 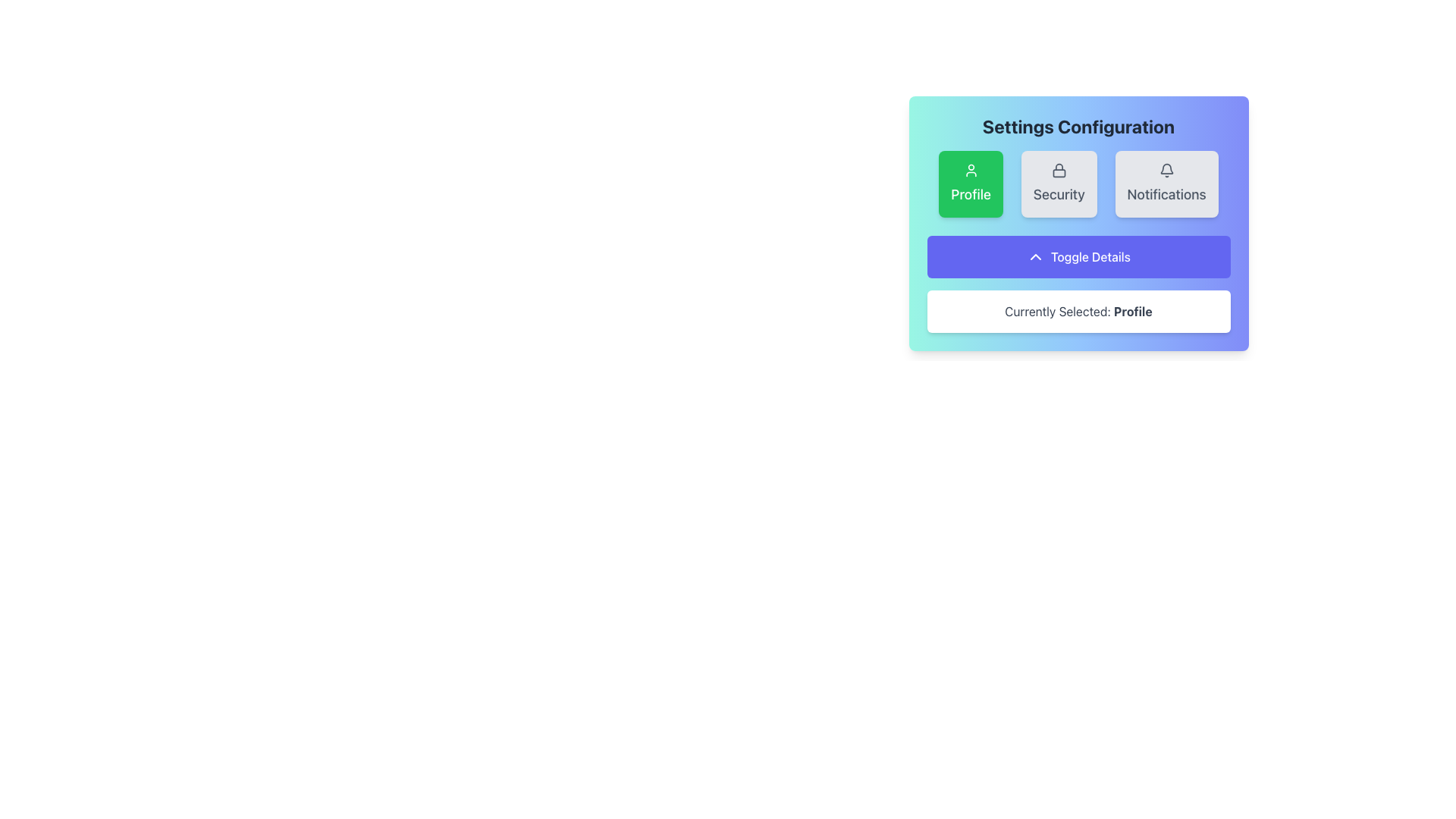 What do you see at coordinates (1166, 170) in the screenshot?
I see `the bell icon that is part of the 'Notifications' button located in the top-right corner of the configuration panel` at bounding box center [1166, 170].